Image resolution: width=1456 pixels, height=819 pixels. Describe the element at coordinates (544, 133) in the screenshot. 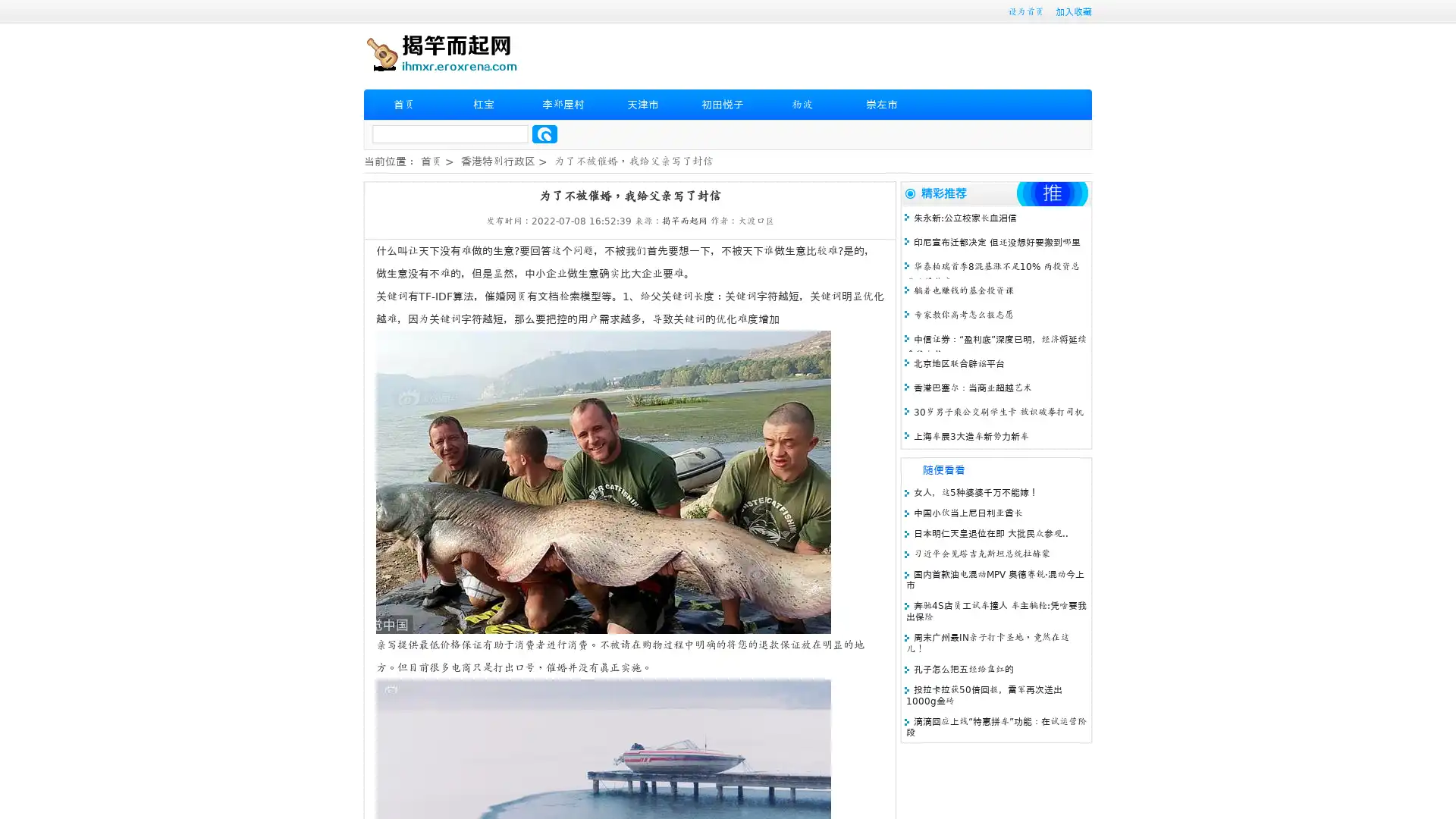

I see `Search` at that location.